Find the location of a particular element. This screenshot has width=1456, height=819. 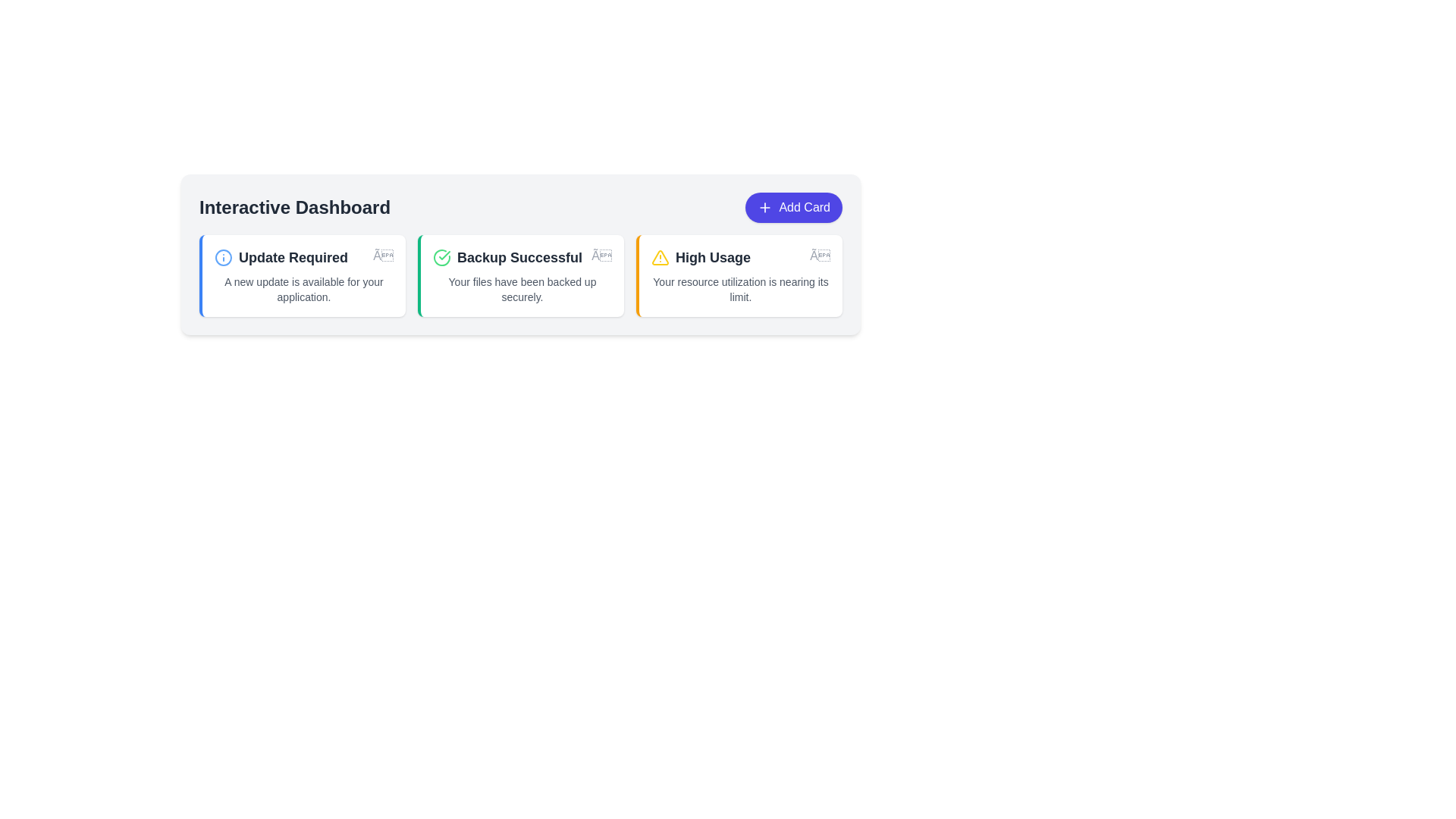

the Informational card that informs the user about the availability of a new update for their application, which is the first card from the left in a grid layout below the 'Interactive Dashboard' label is located at coordinates (302, 275).